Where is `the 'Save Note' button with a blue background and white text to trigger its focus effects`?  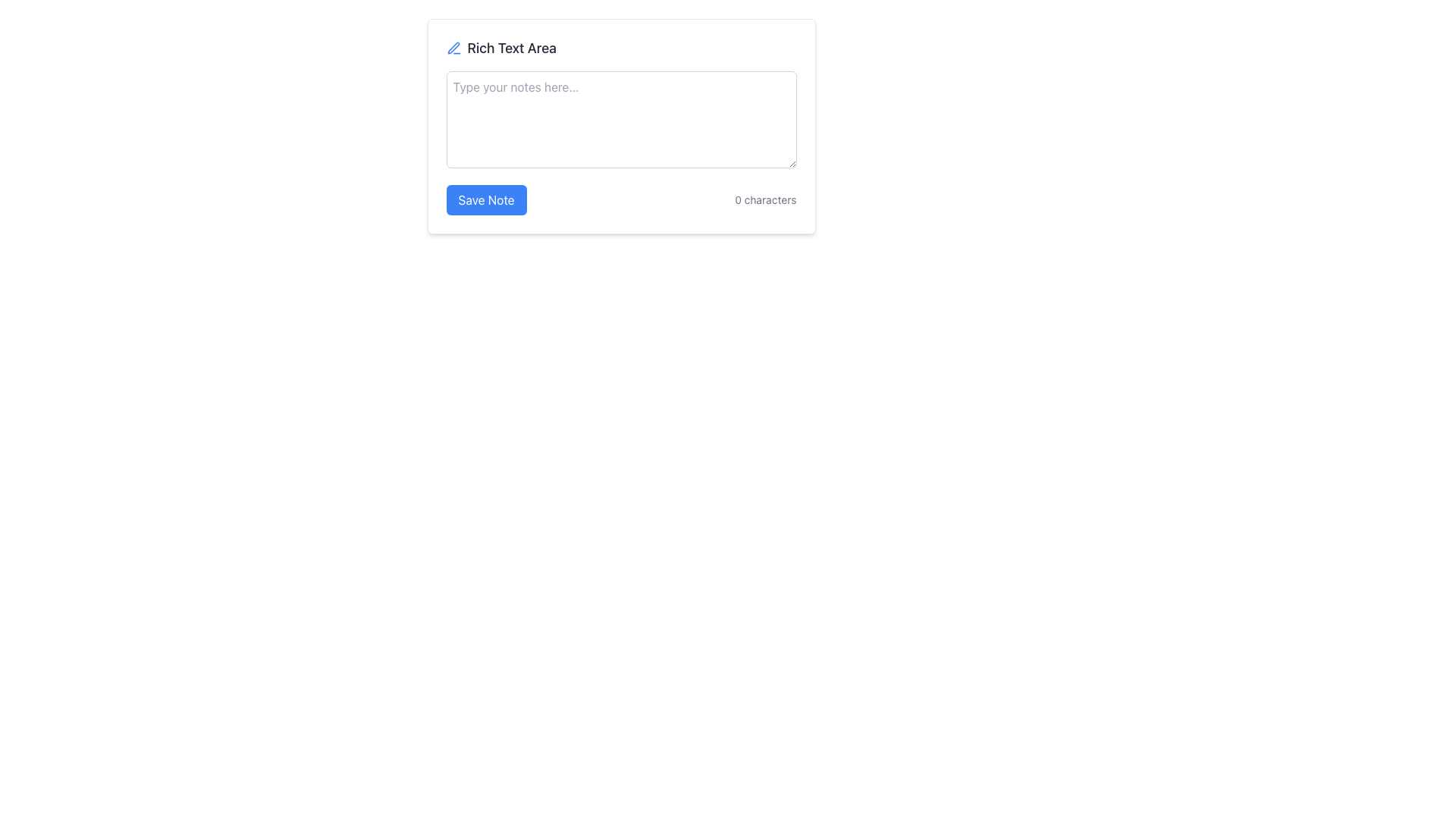 the 'Save Note' button with a blue background and white text to trigger its focus effects is located at coordinates (486, 199).